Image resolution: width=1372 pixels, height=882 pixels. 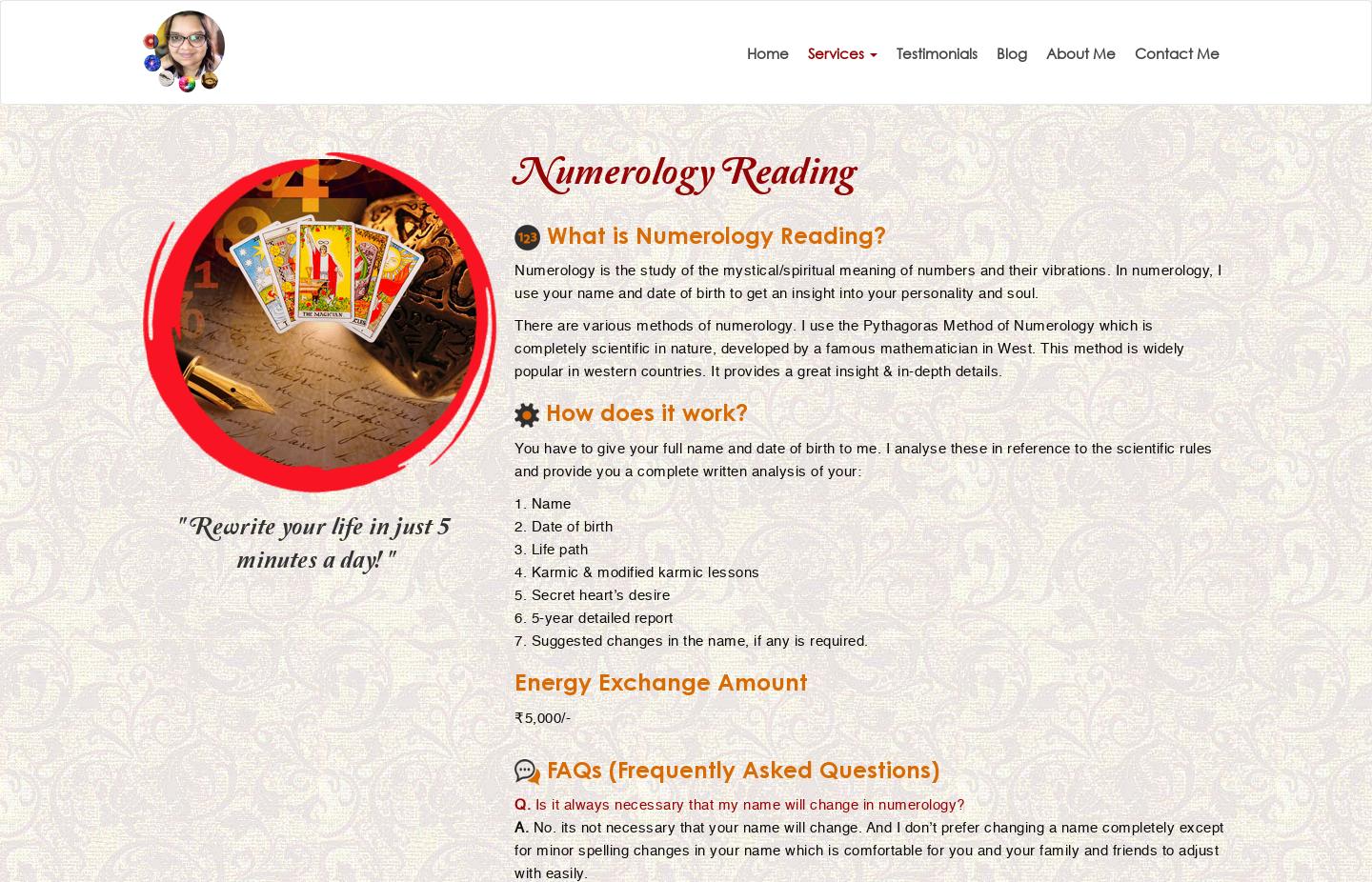 I want to click on 'Q.', so click(x=522, y=804).